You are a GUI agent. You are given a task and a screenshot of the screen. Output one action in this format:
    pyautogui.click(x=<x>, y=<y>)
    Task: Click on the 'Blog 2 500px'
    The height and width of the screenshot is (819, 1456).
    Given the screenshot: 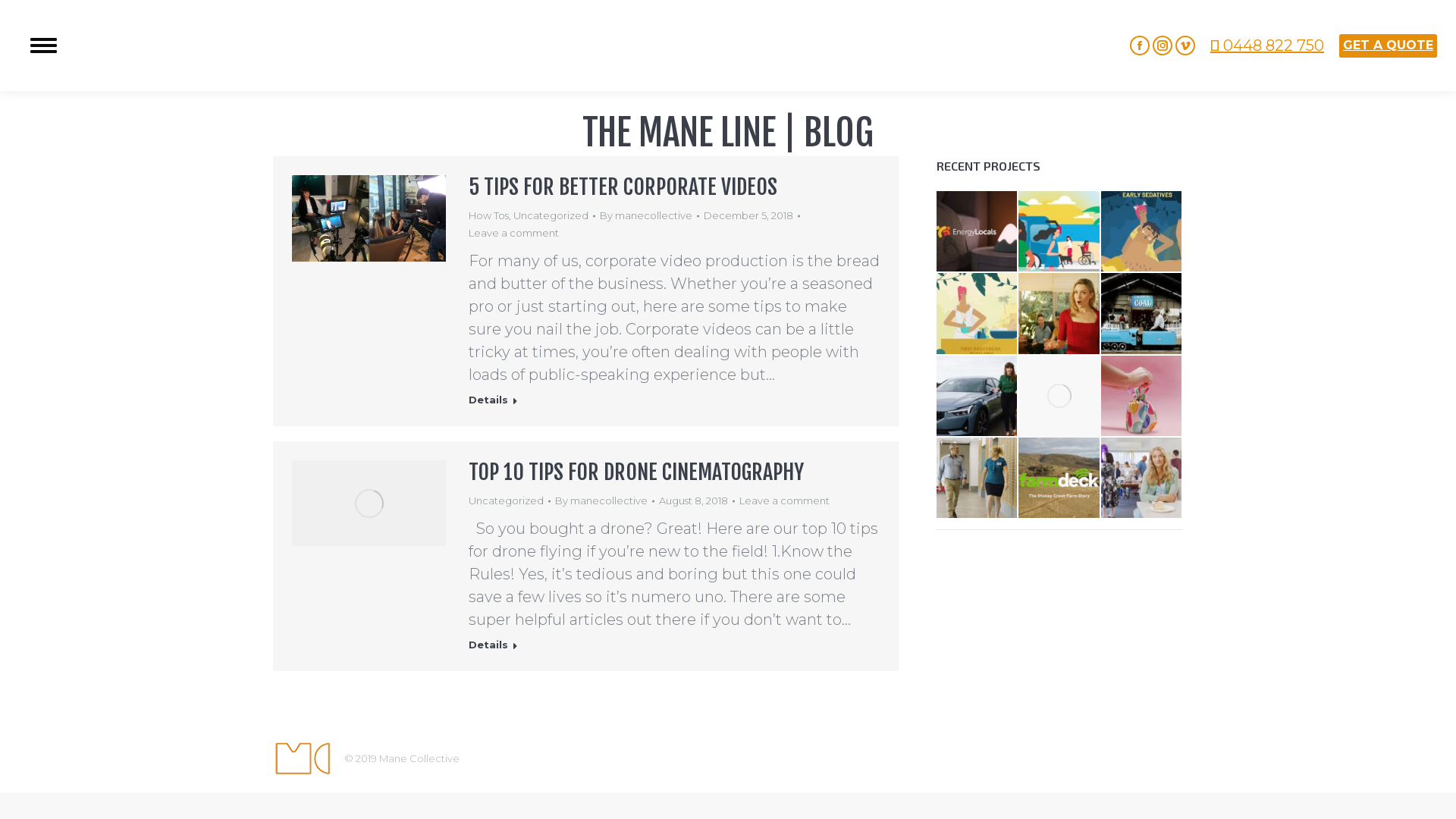 What is the action you would take?
    pyautogui.click(x=369, y=218)
    